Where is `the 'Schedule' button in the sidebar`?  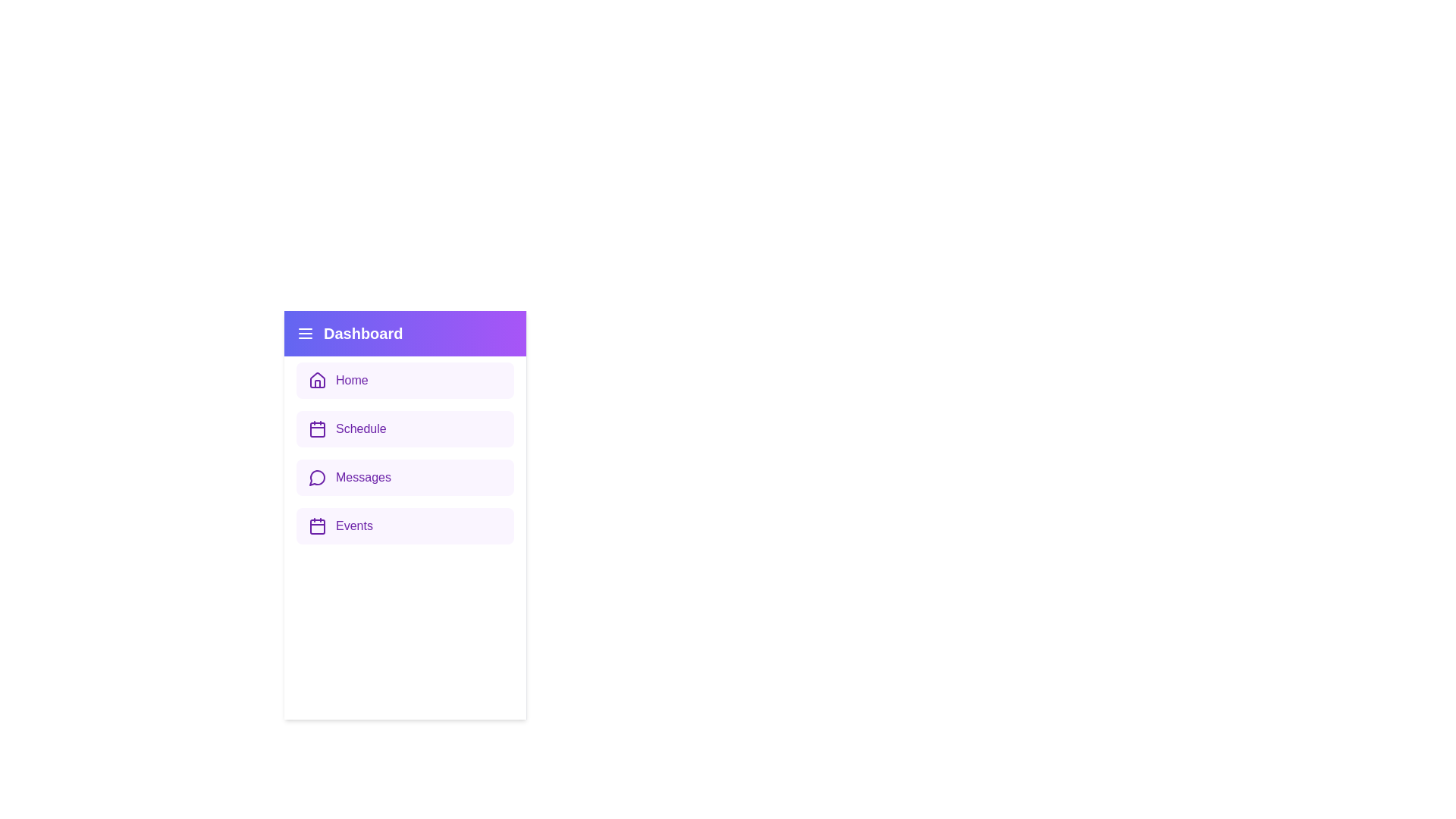 the 'Schedule' button in the sidebar is located at coordinates (405, 429).